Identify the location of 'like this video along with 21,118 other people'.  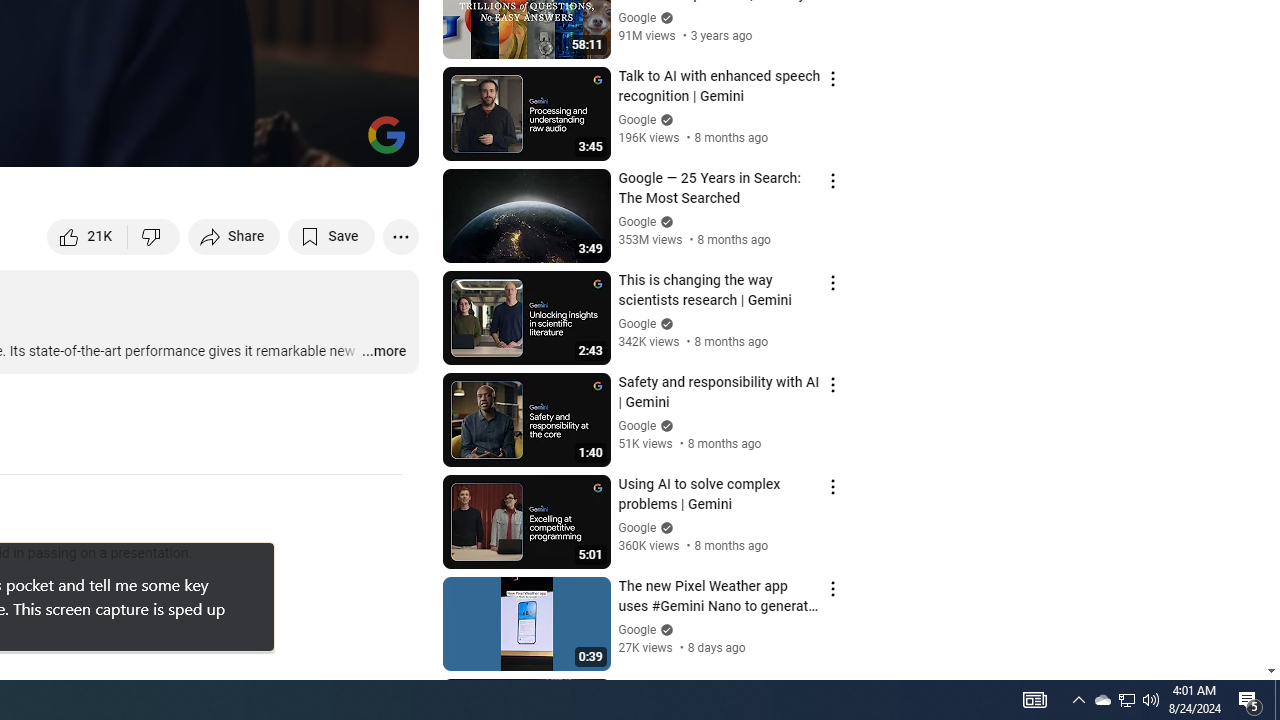
(87, 235).